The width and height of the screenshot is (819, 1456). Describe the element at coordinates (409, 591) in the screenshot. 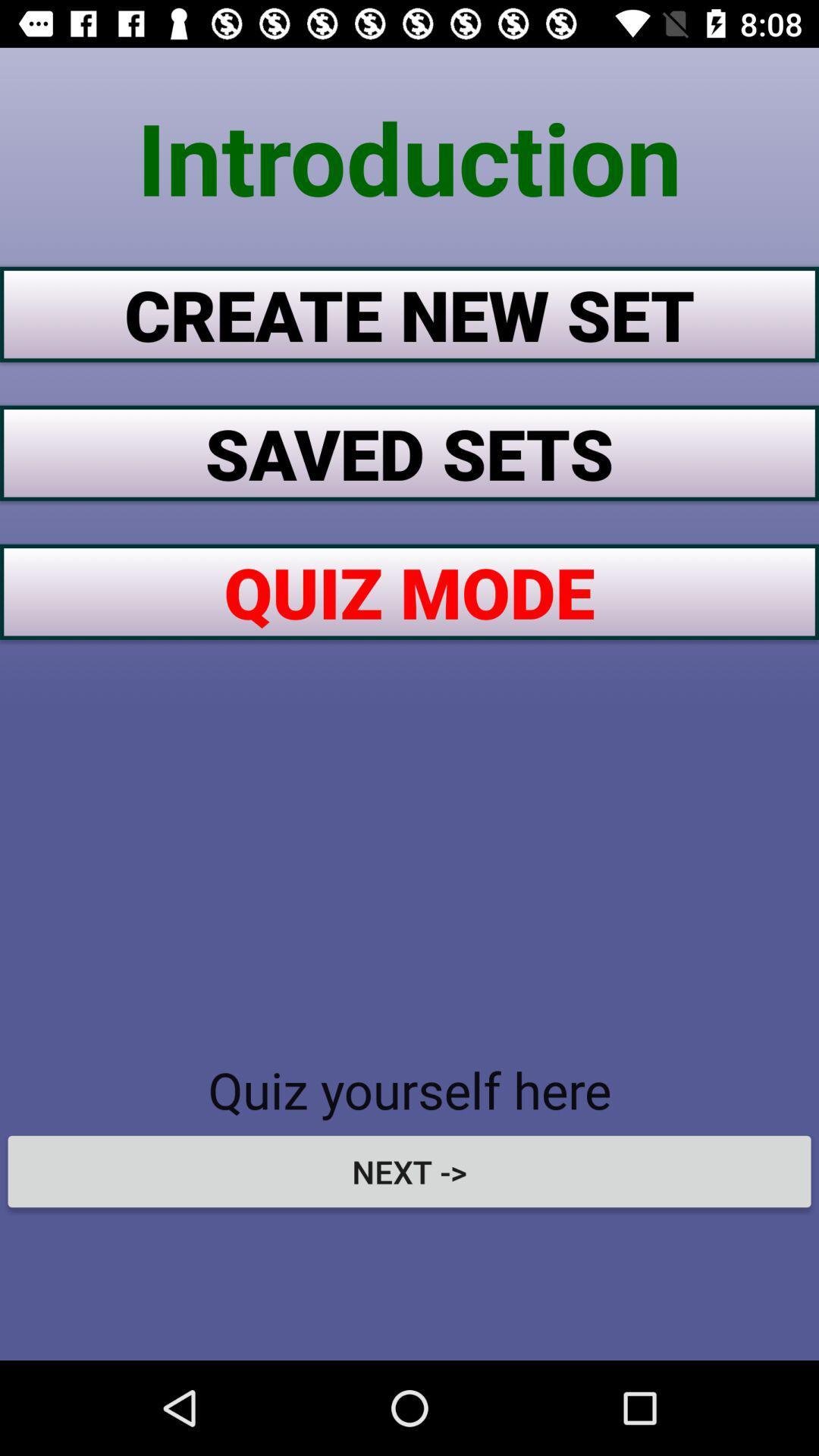

I see `item above quiz yourself here icon` at that location.